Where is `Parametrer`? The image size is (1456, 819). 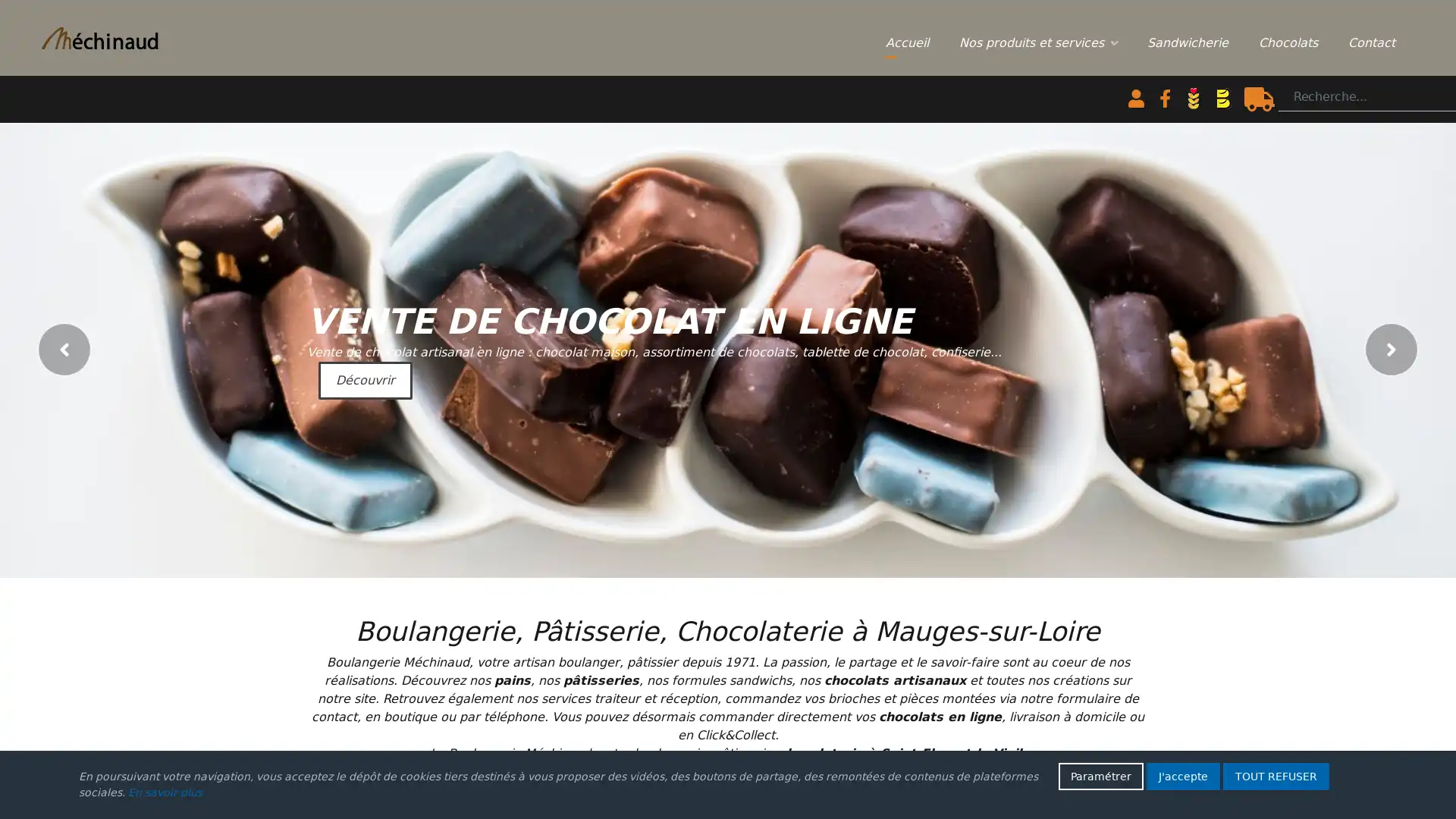
Parametrer is located at coordinates (1100, 776).